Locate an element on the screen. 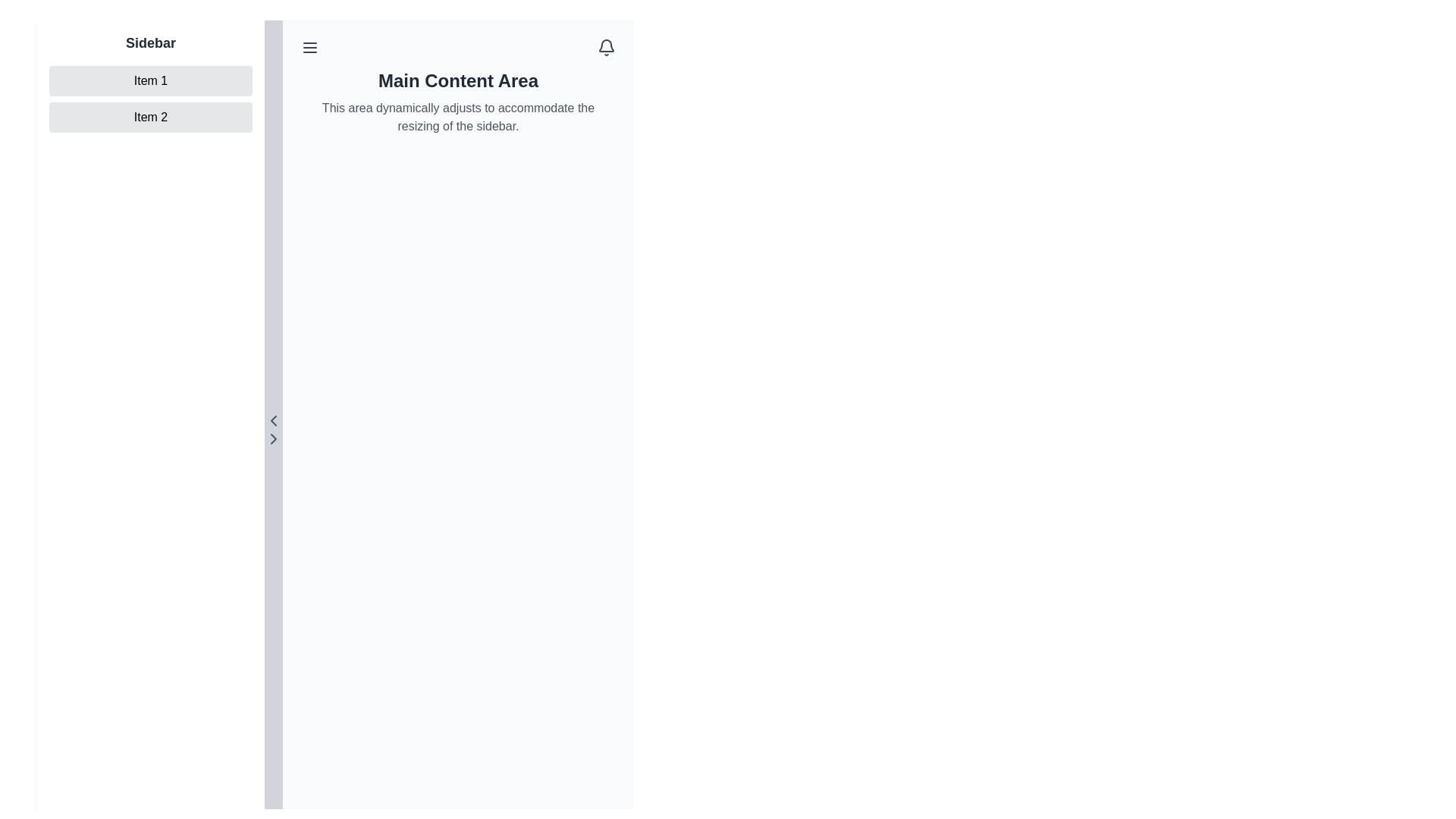  the gray bell icon located at the top-right corner of the main content area is located at coordinates (607, 46).